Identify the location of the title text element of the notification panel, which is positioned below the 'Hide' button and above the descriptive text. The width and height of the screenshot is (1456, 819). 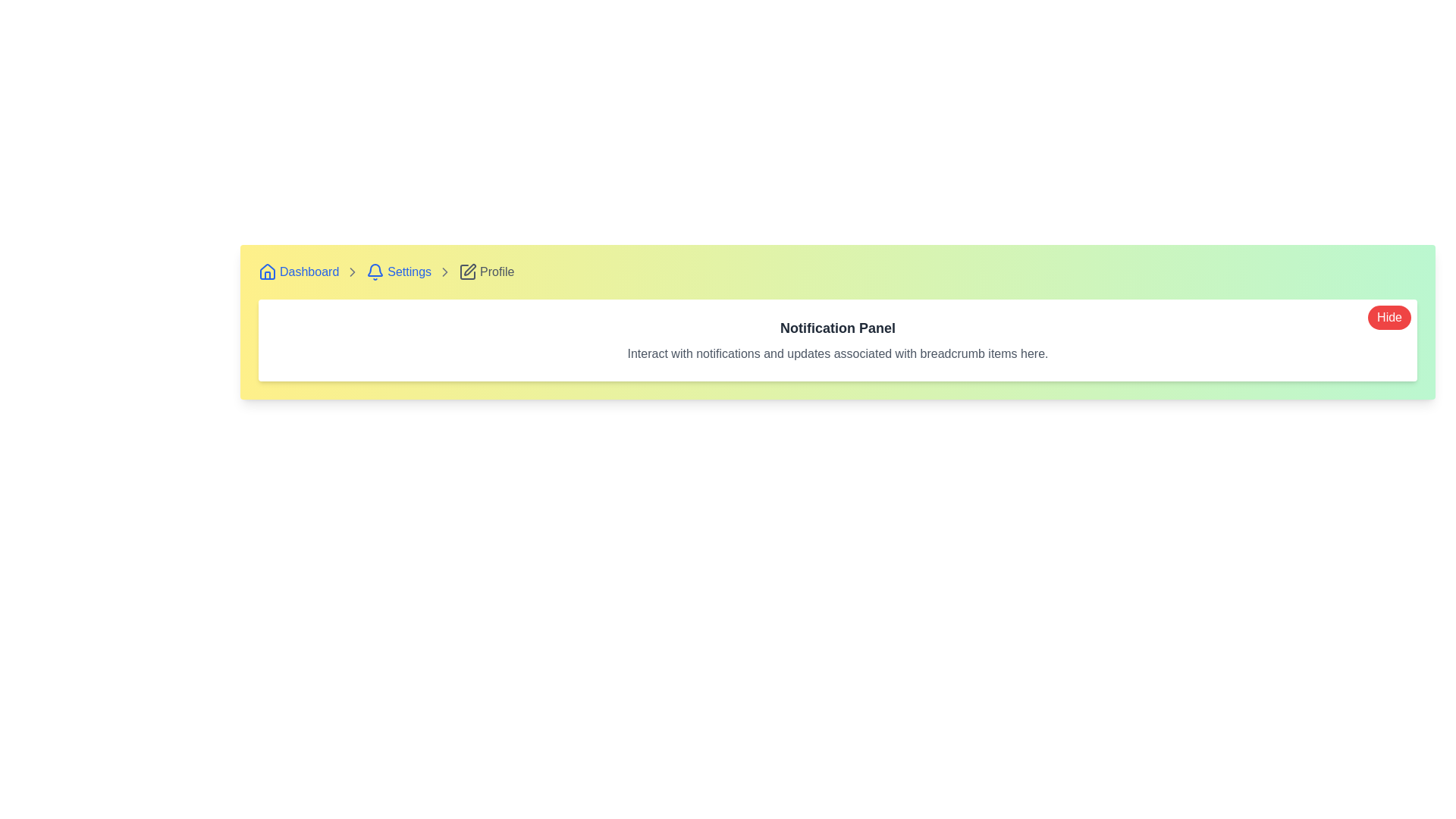
(836, 327).